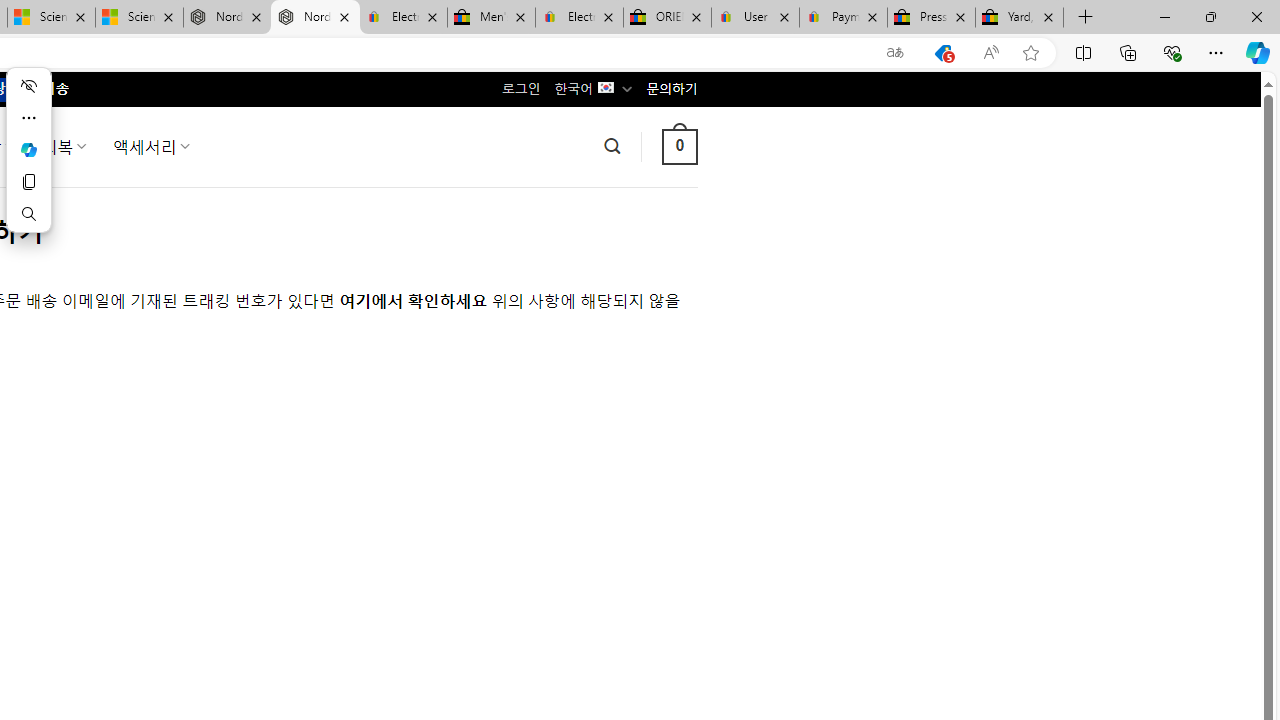  Describe the element at coordinates (754, 17) in the screenshot. I see `'User Privacy Notice | eBay'` at that location.